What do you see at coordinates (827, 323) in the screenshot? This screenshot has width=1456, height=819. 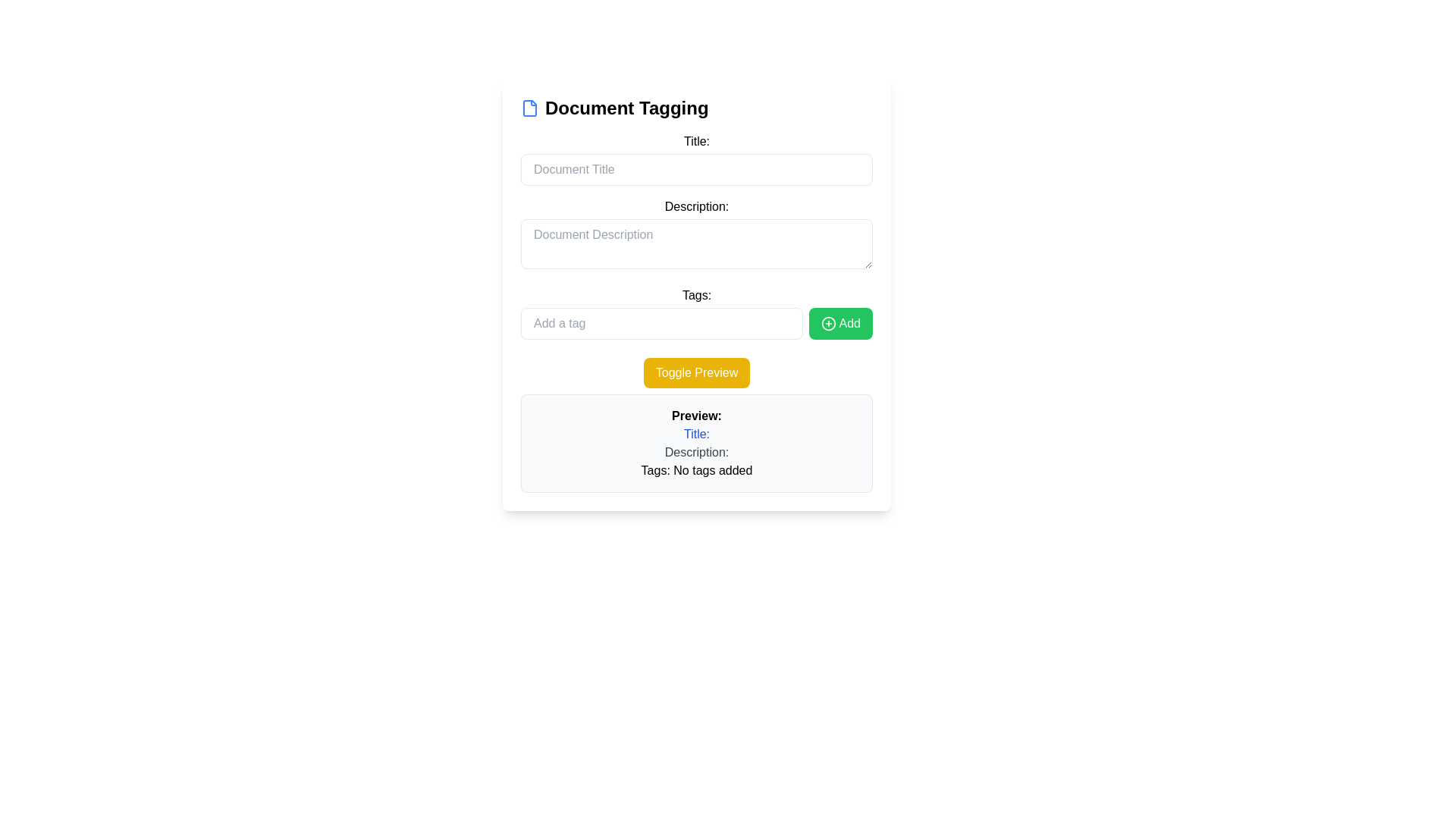 I see `the SVG circle component which is part of the 'Add' button located in the 'Tags' section` at bounding box center [827, 323].